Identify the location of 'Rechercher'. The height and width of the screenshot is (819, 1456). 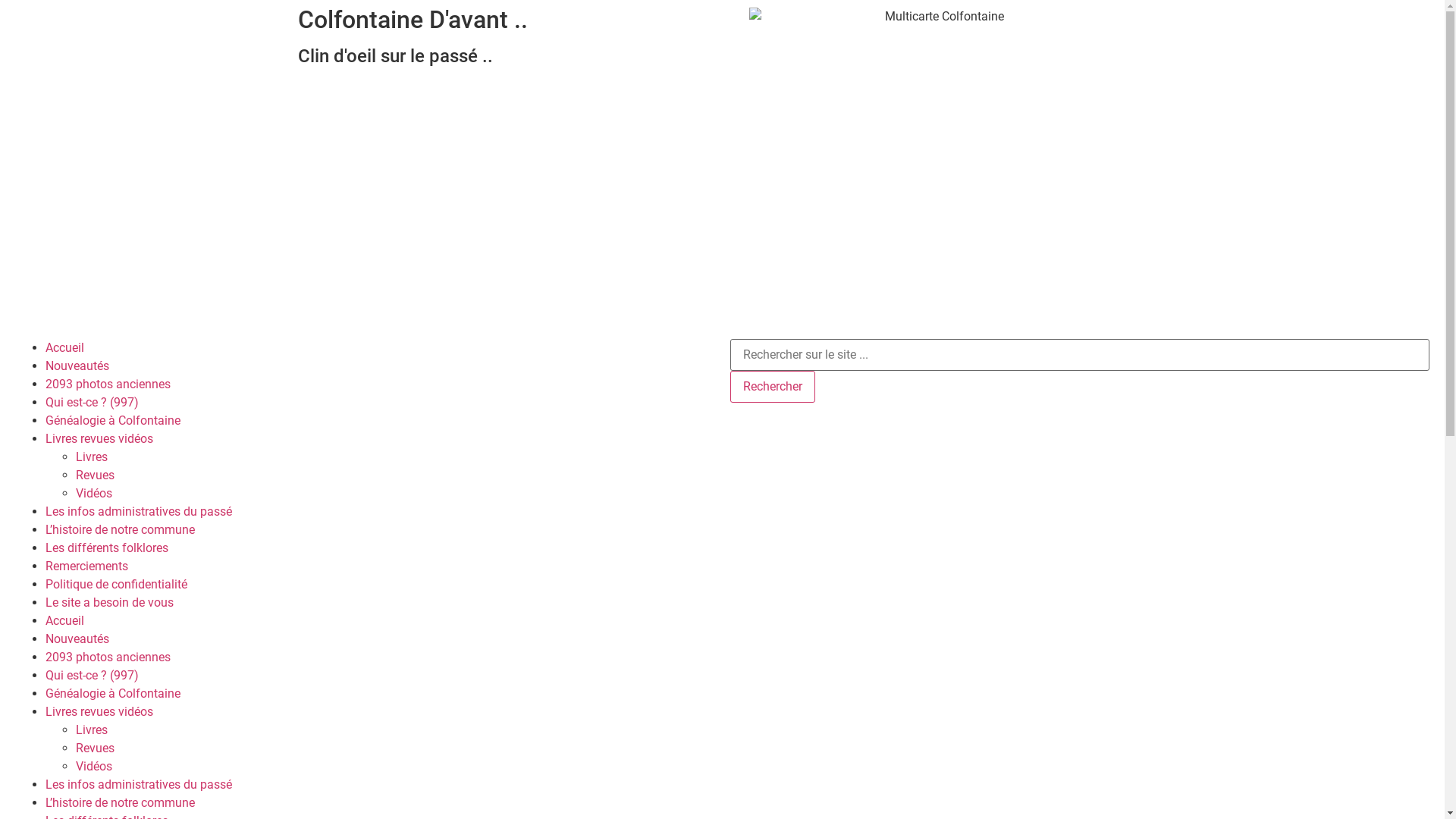
(771, 385).